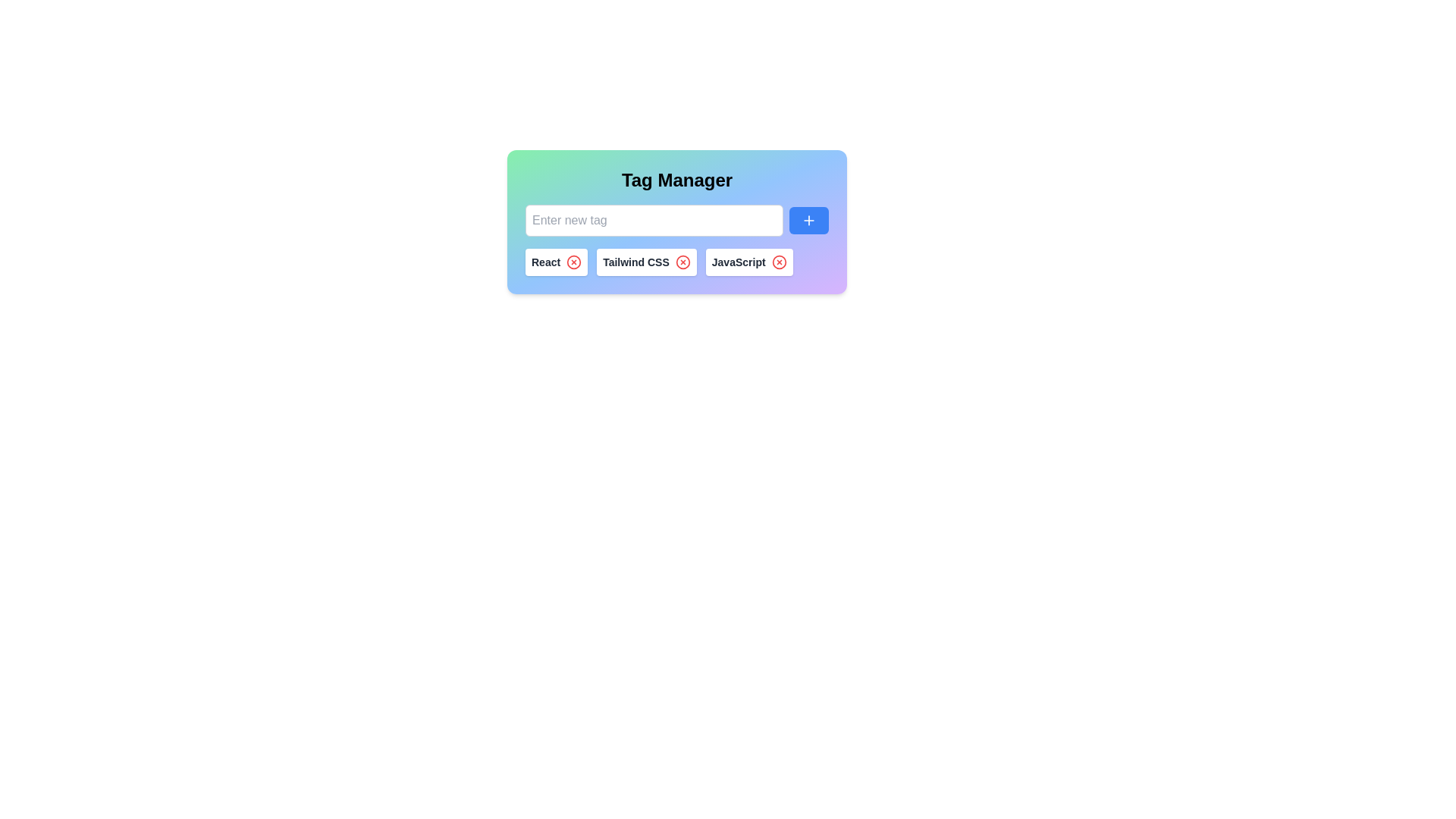 This screenshot has width=1456, height=819. I want to click on the remove icon next to the tag labeled Tailwind CSS, so click(682, 262).